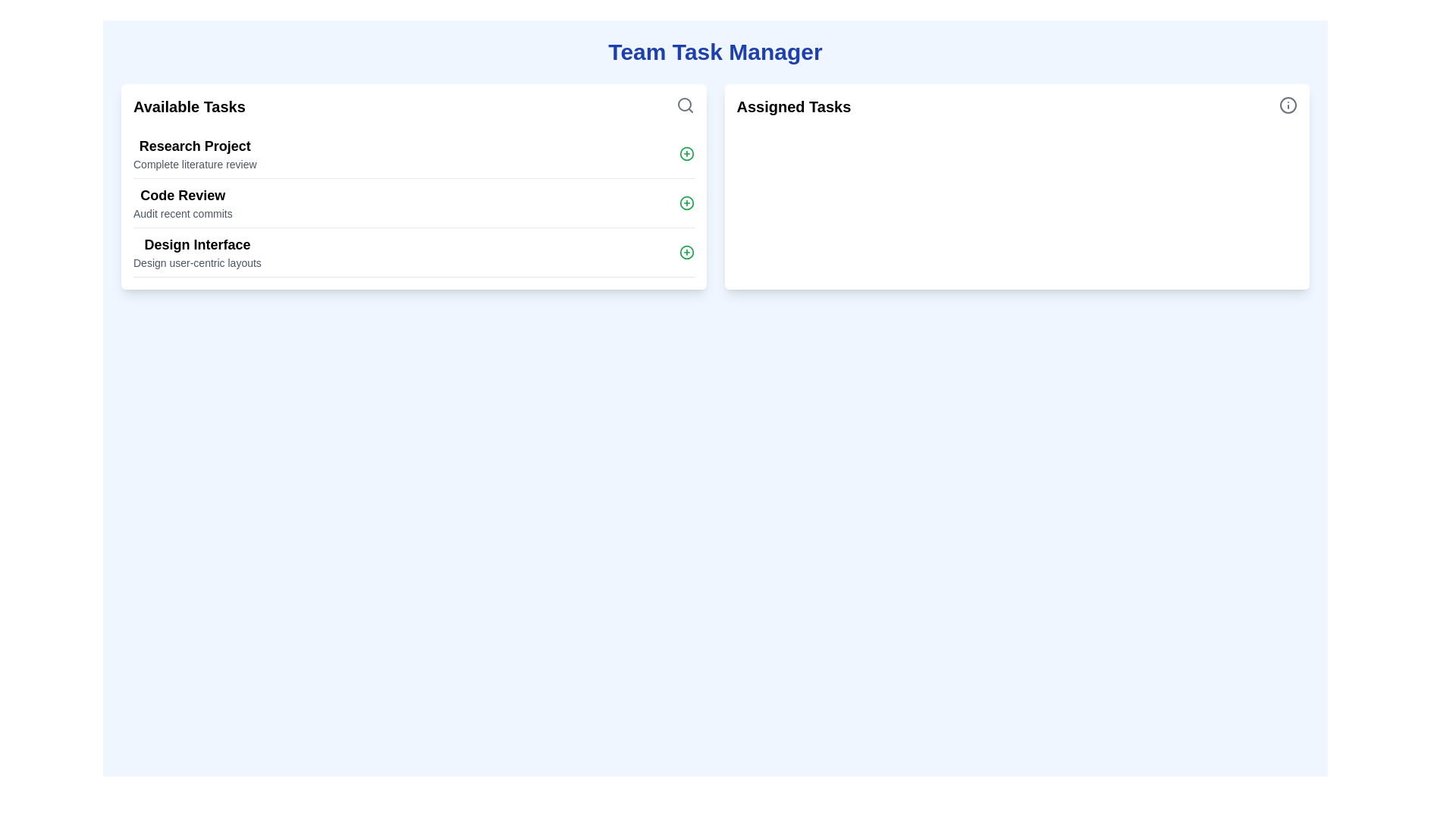 This screenshot has width=1456, height=819. I want to click on the search icon located in the top right corner of the 'Available Tasks' section, so click(684, 104).